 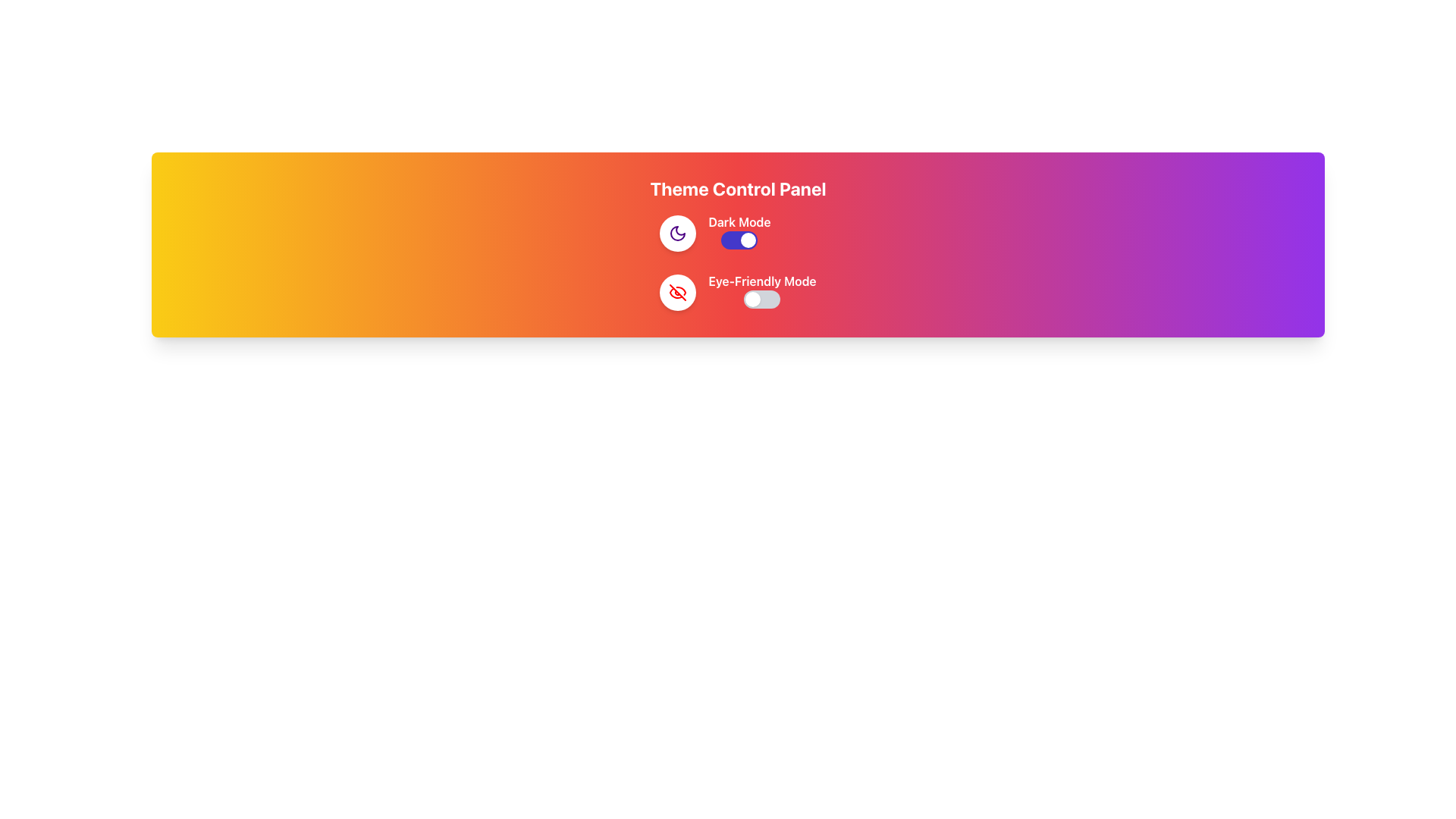 I want to click on the toggle switch for the 'Dark Mode' feature under the 'Theme Control Panel' header to change its state, so click(x=738, y=234).